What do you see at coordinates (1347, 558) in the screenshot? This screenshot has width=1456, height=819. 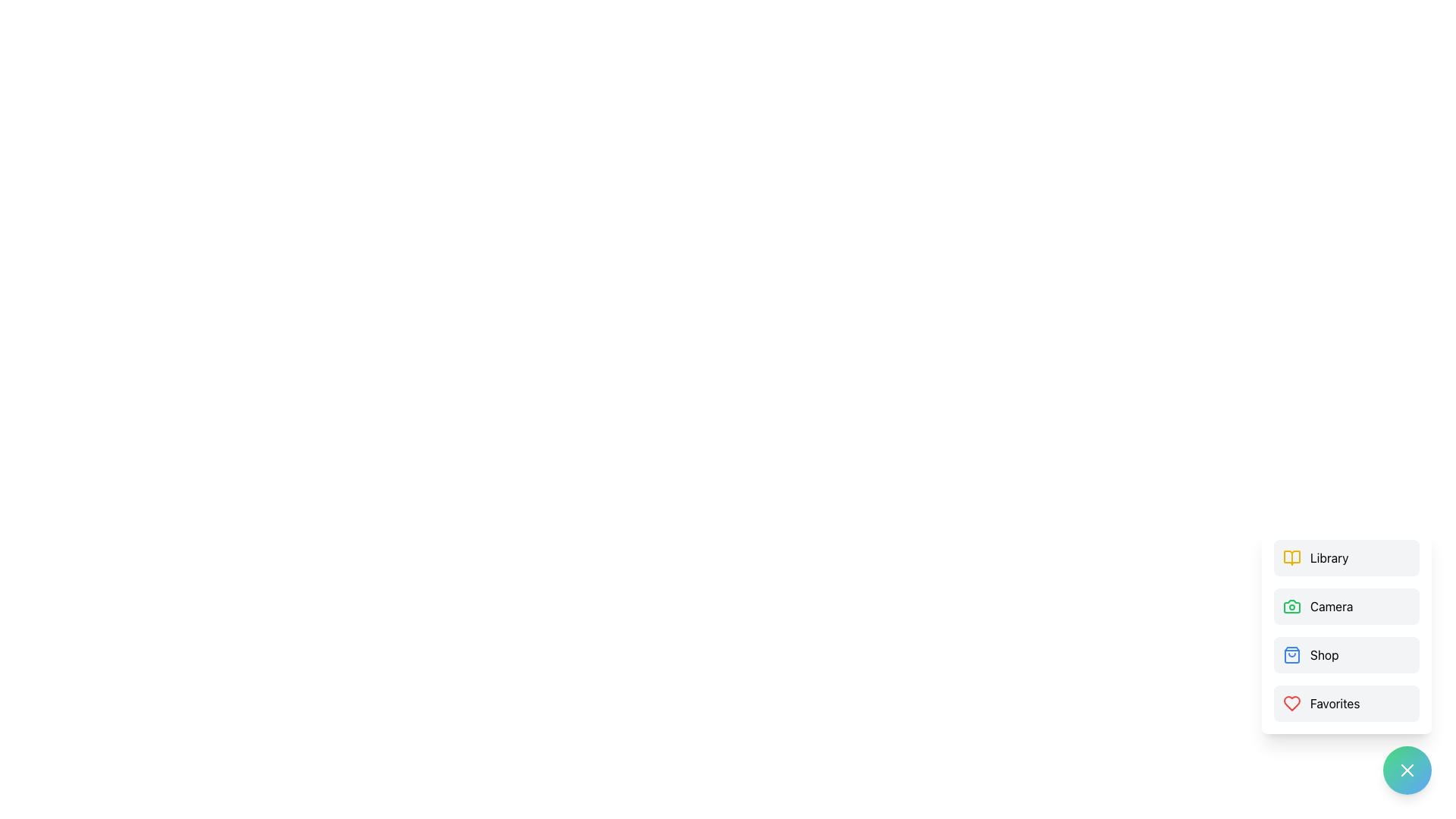 I see `the 'Library' navigation button located at the top of the vertical stack menu` at bounding box center [1347, 558].